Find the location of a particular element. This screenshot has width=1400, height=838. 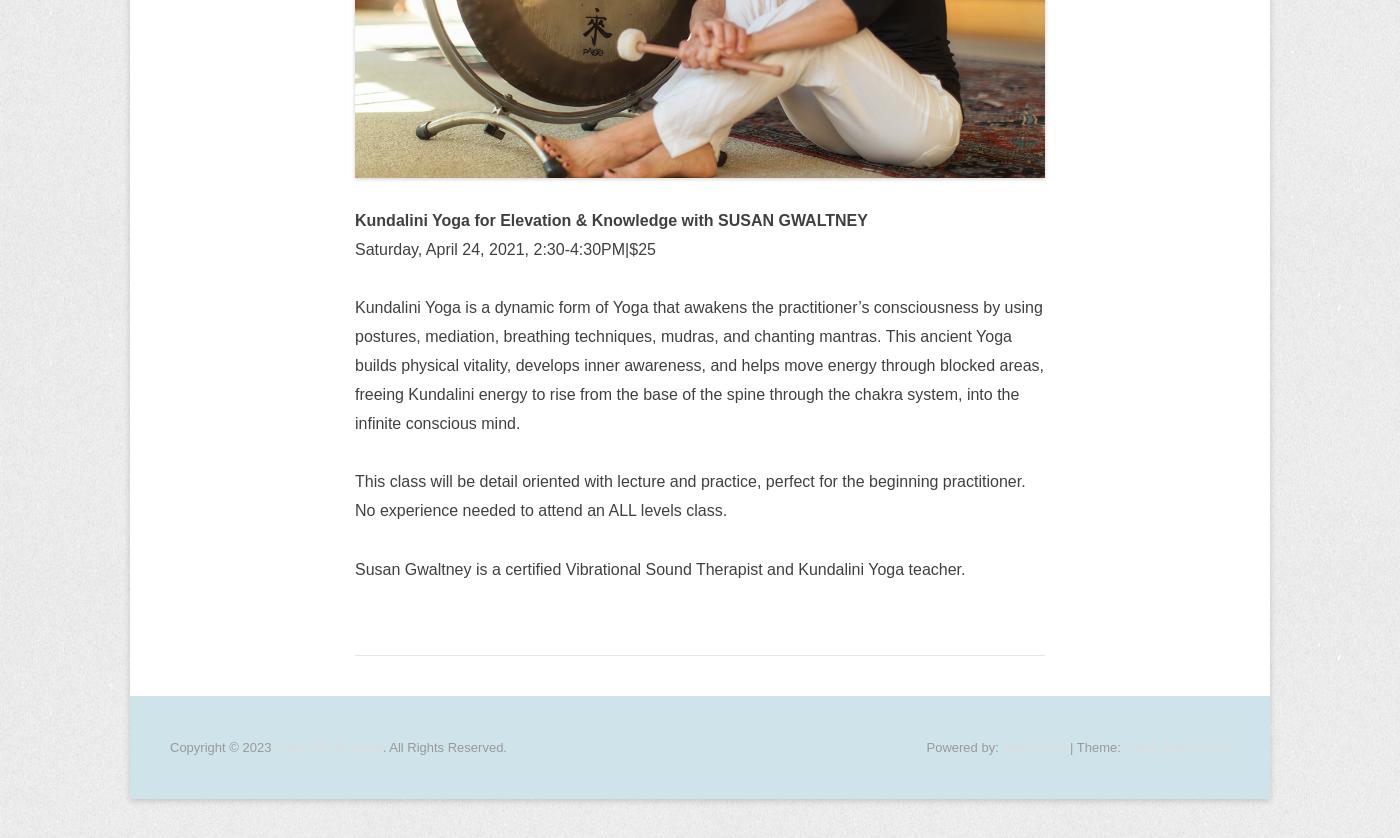

'Kundalini Yoga is a dynamic form of Yoga that awakens the practitioner’s consciousness by using postures, mediation, breathing techniques, mudras, and chanting mantras. This ancient Yoga builds physical vitality, develops inner awareness, and helps move energy through blocked areas, freeing Kundalini energy to rise from the base of the spine through the chakra system, into the infinite conscious mind.' is located at coordinates (699, 364).